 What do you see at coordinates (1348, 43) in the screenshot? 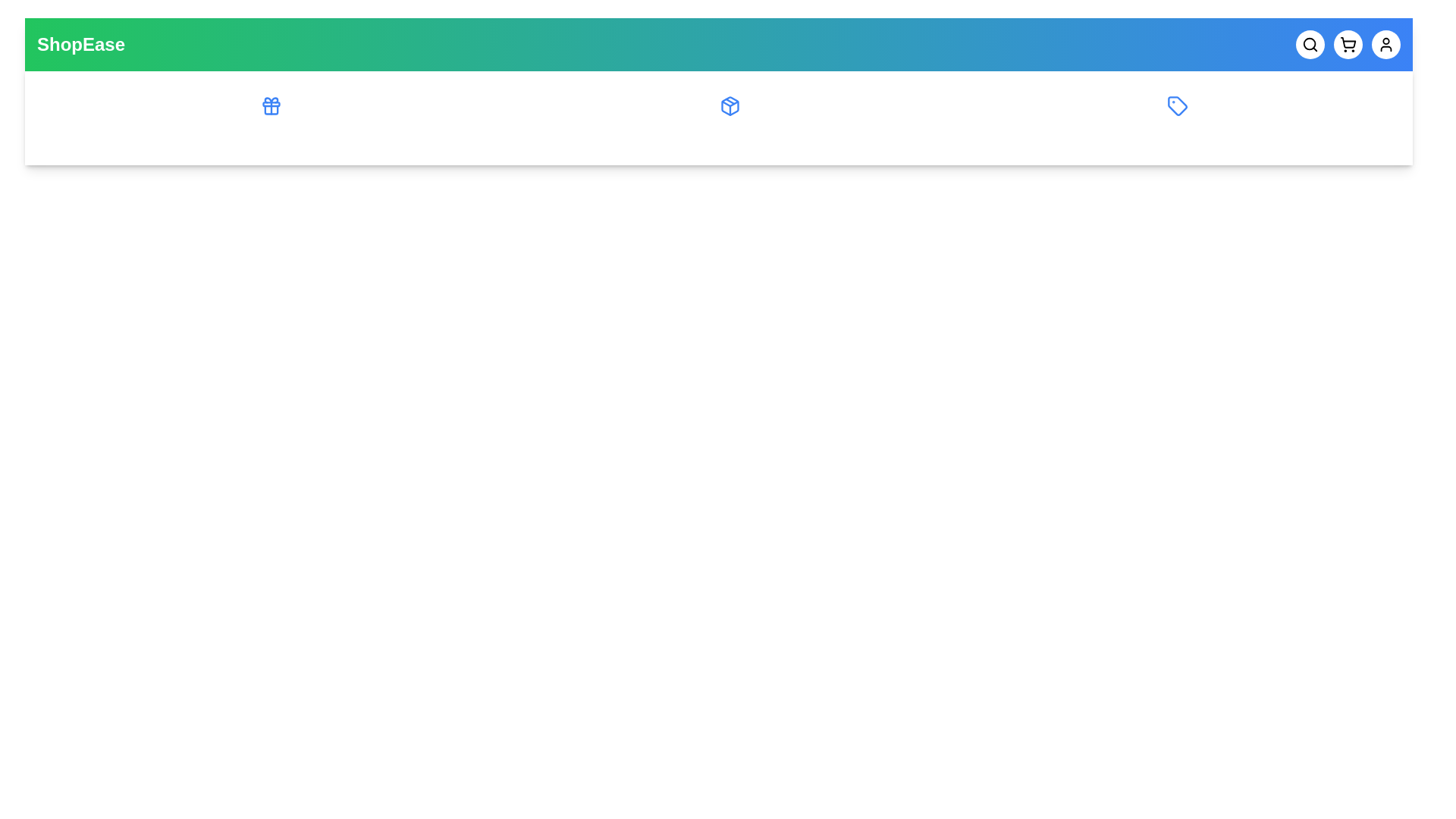
I see `the 'Shopping Cart' icon to view the cart` at bounding box center [1348, 43].